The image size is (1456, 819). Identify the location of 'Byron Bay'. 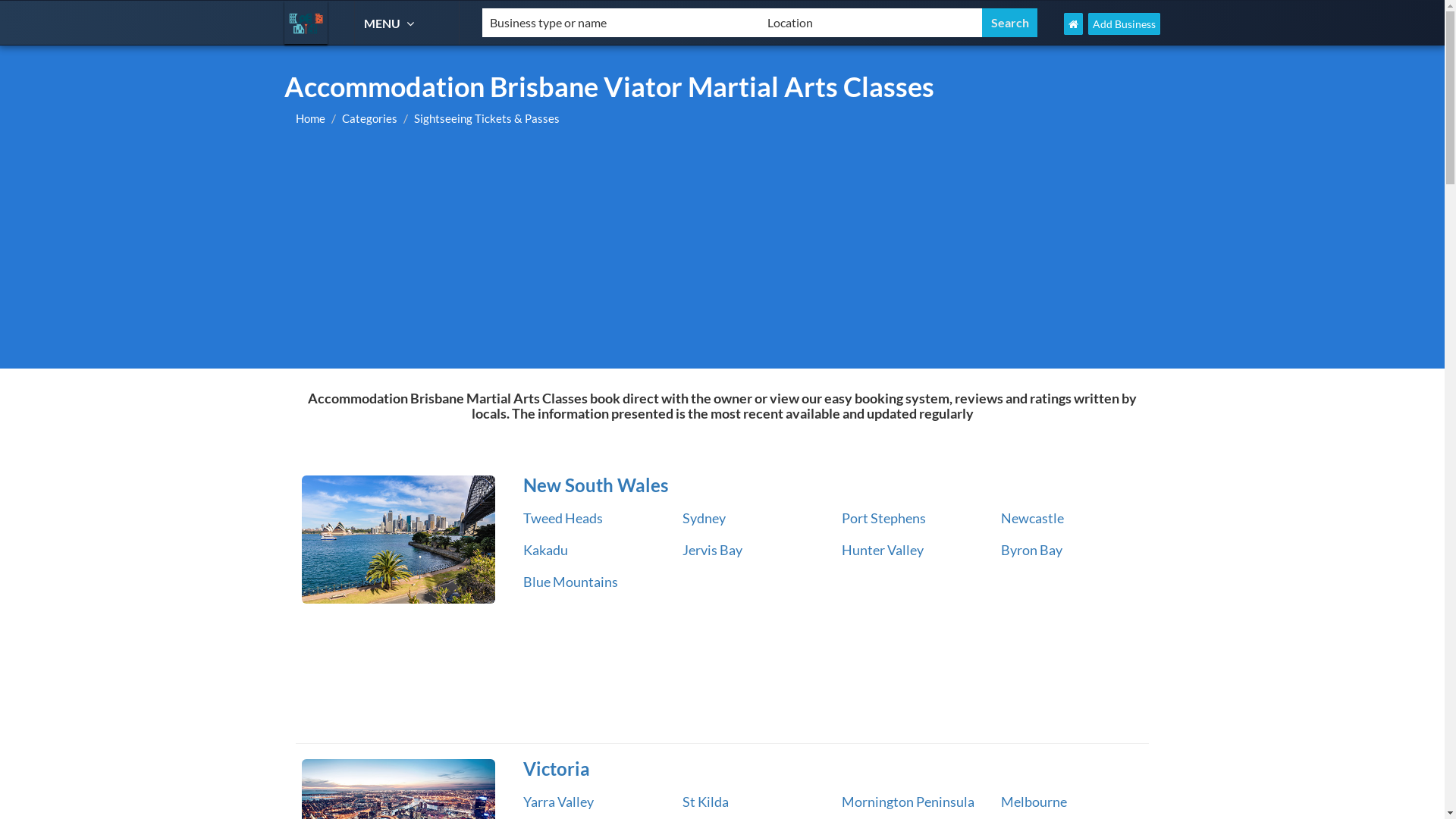
(1031, 550).